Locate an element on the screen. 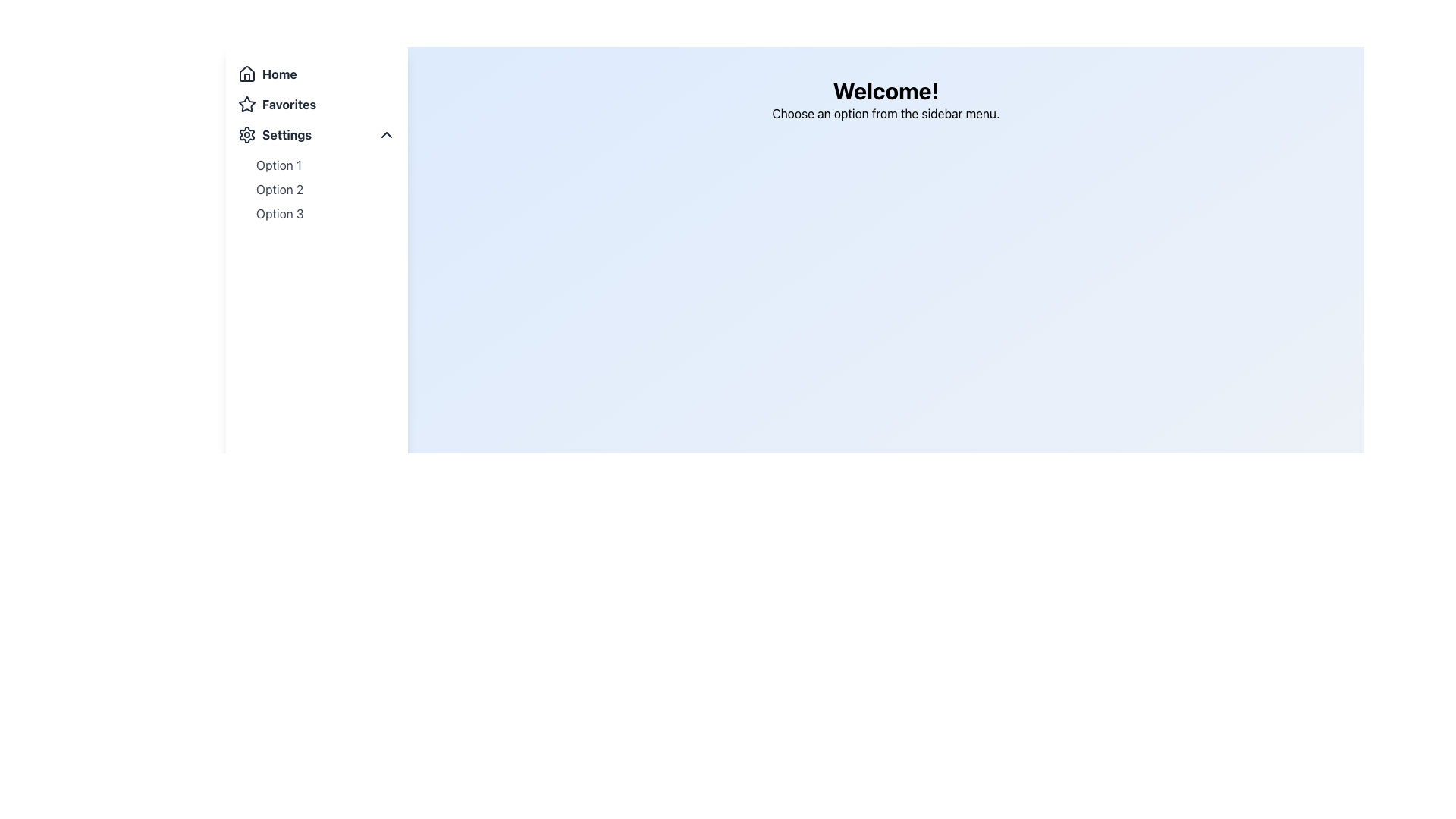 This screenshot has width=1456, height=819. the star-shaped icon located in the 'Favorites' menu item in the sidebar, which is positioned below 'Home' and above 'Settings' is located at coordinates (247, 103).